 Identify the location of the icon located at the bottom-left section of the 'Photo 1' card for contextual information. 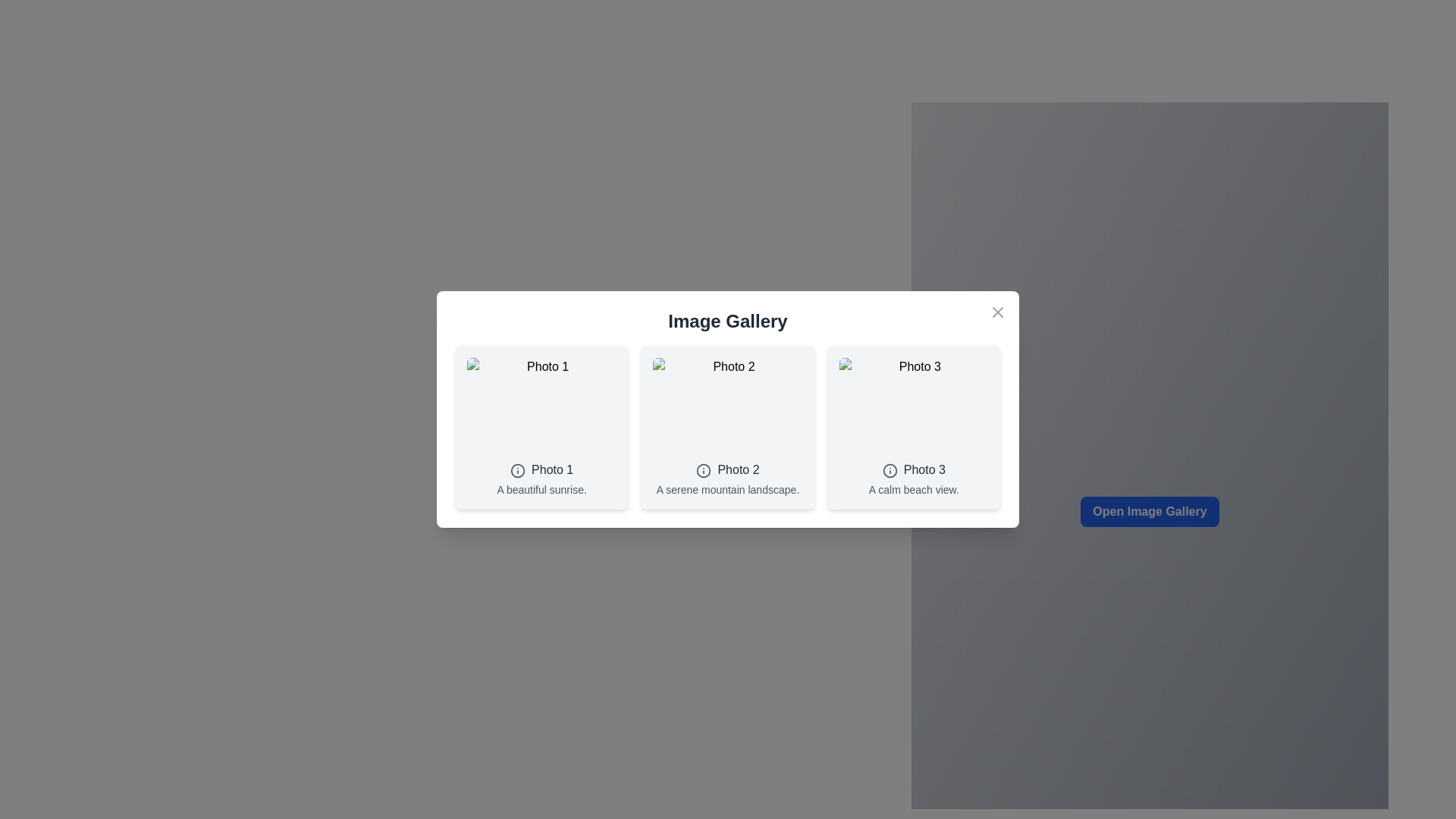
(518, 469).